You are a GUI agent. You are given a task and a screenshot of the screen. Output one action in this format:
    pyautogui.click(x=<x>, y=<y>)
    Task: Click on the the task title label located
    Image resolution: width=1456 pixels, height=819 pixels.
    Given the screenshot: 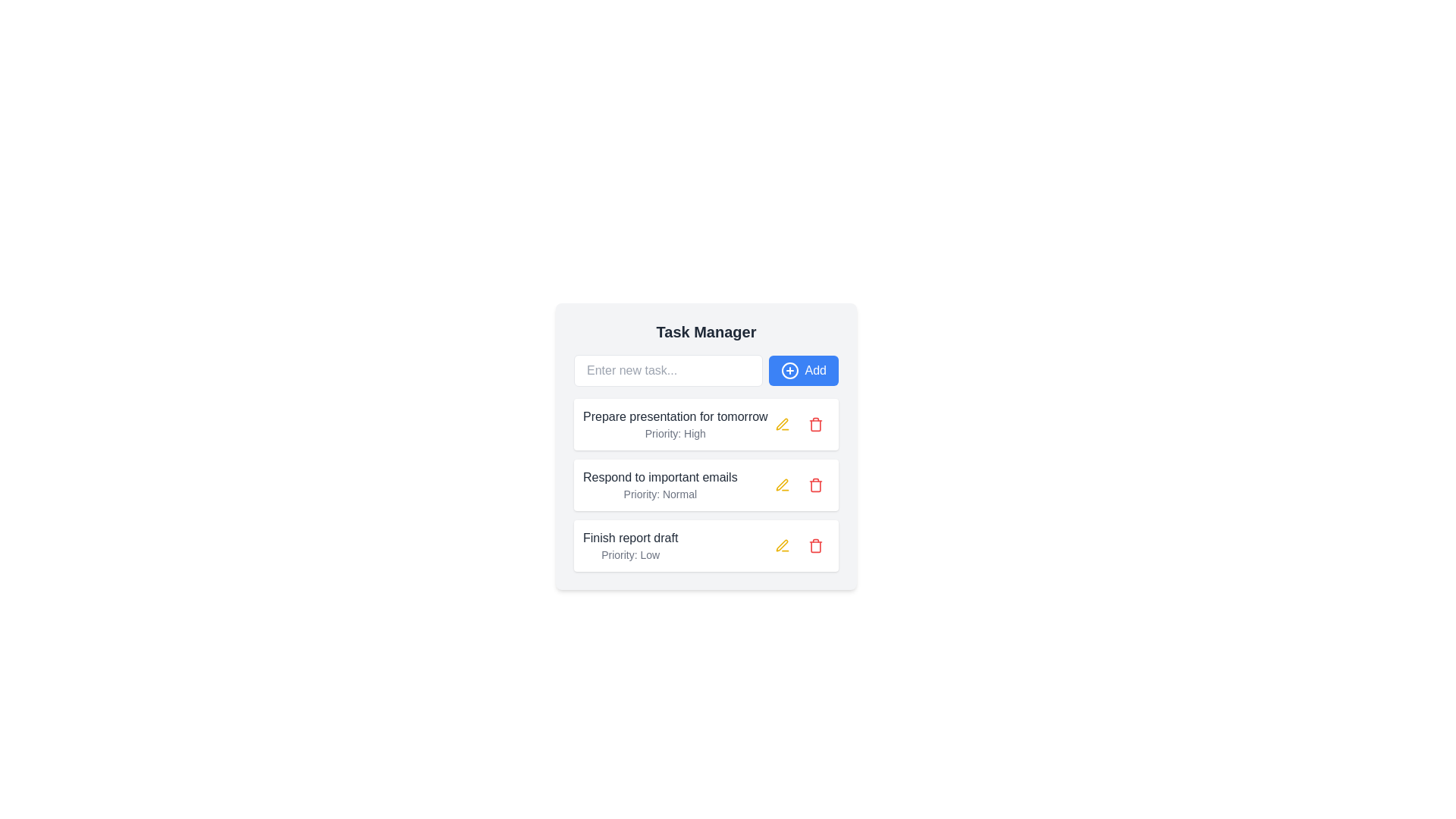 What is the action you would take?
    pyautogui.click(x=630, y=537)
    